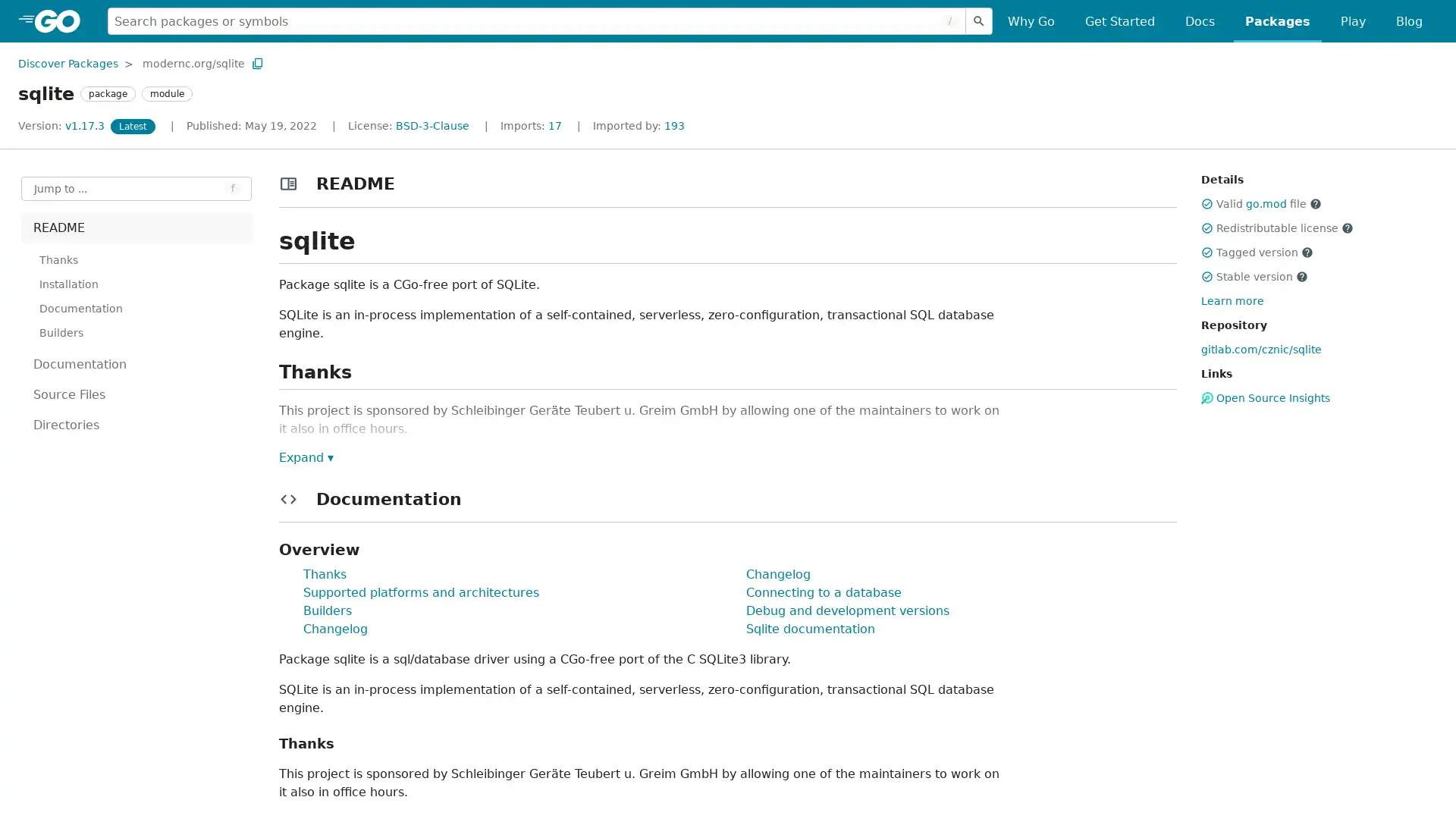  I want to click on Submit search, so click(979, 20).